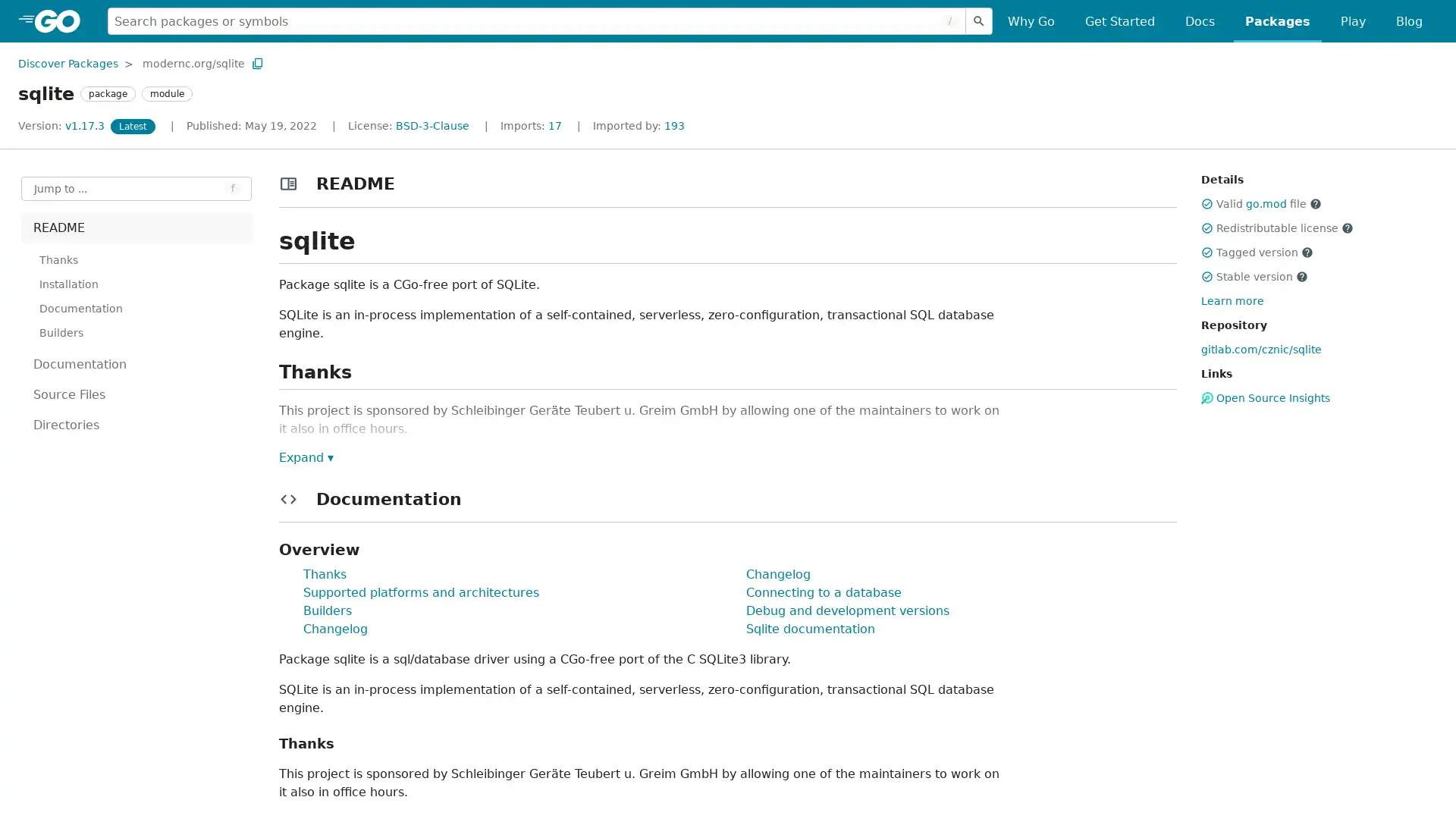  I want to click on Submit search, so click(979, 20).